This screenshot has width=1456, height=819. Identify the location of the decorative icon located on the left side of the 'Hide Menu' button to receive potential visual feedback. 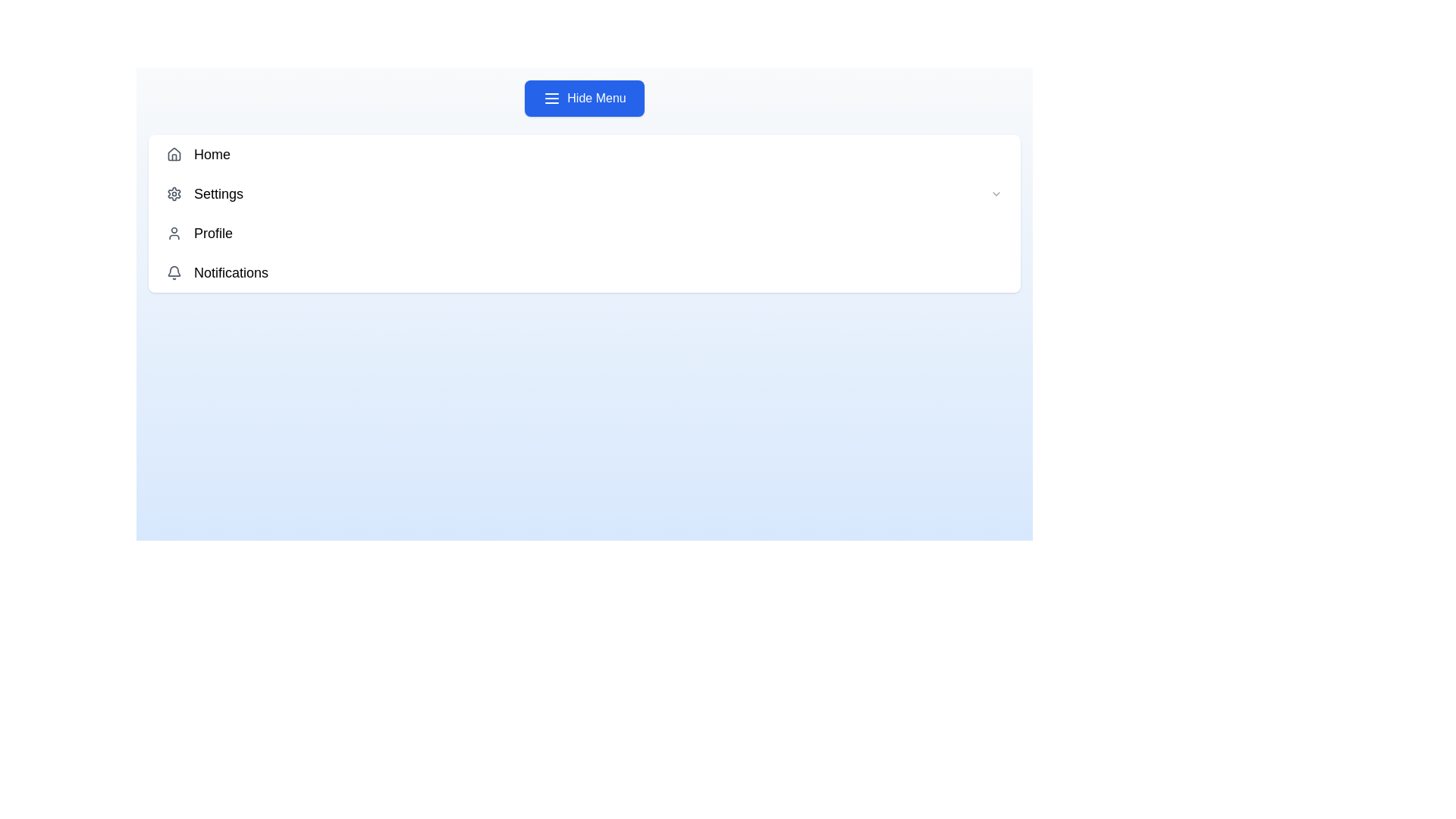
(551, 99).